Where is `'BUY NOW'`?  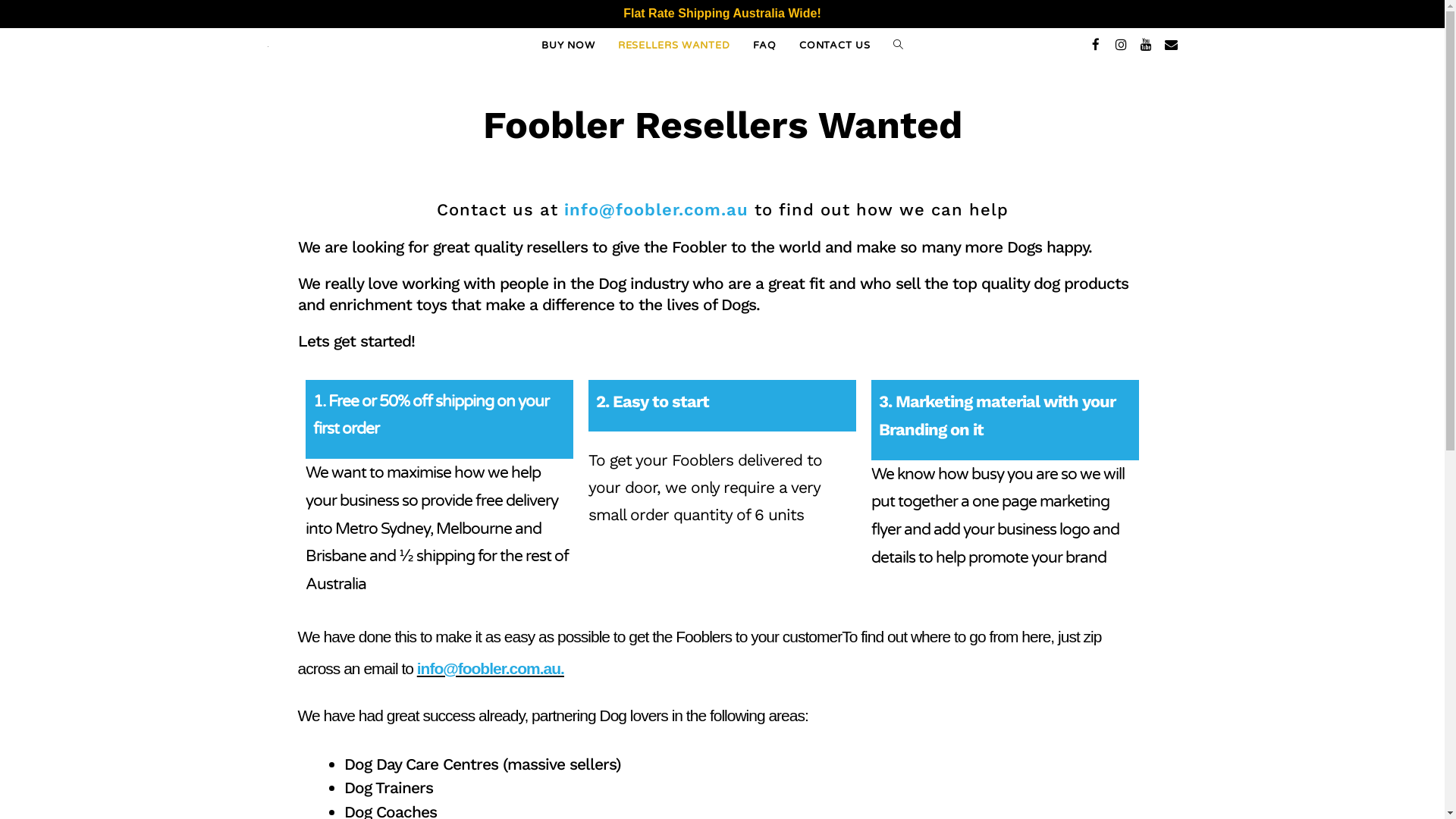 'BUY NOW' is located at coordinates (566, 45).